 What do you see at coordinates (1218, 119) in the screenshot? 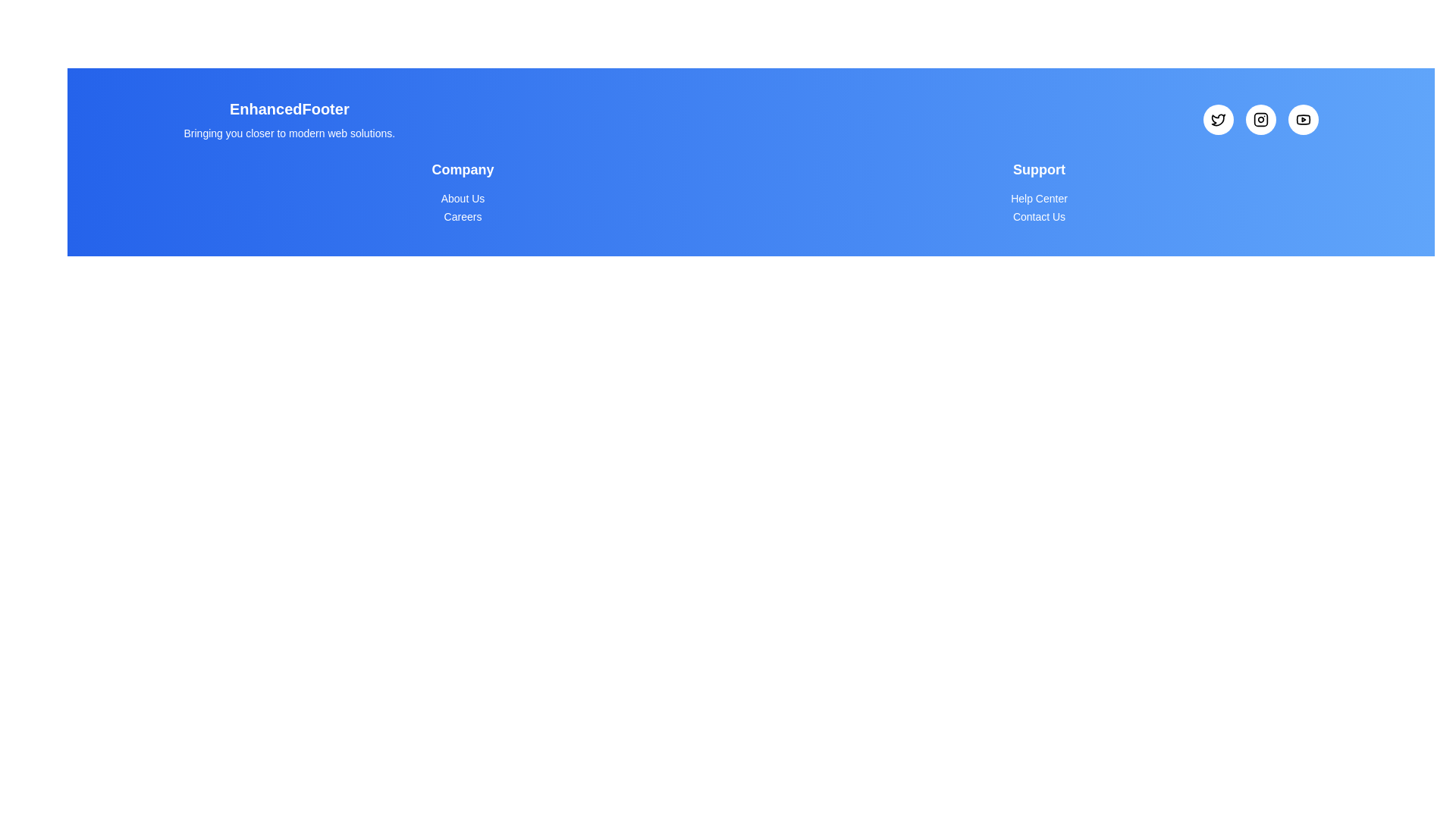
I see `the Twitter icon button located on the right side of the footer section` at bounding box center [1218, 119].